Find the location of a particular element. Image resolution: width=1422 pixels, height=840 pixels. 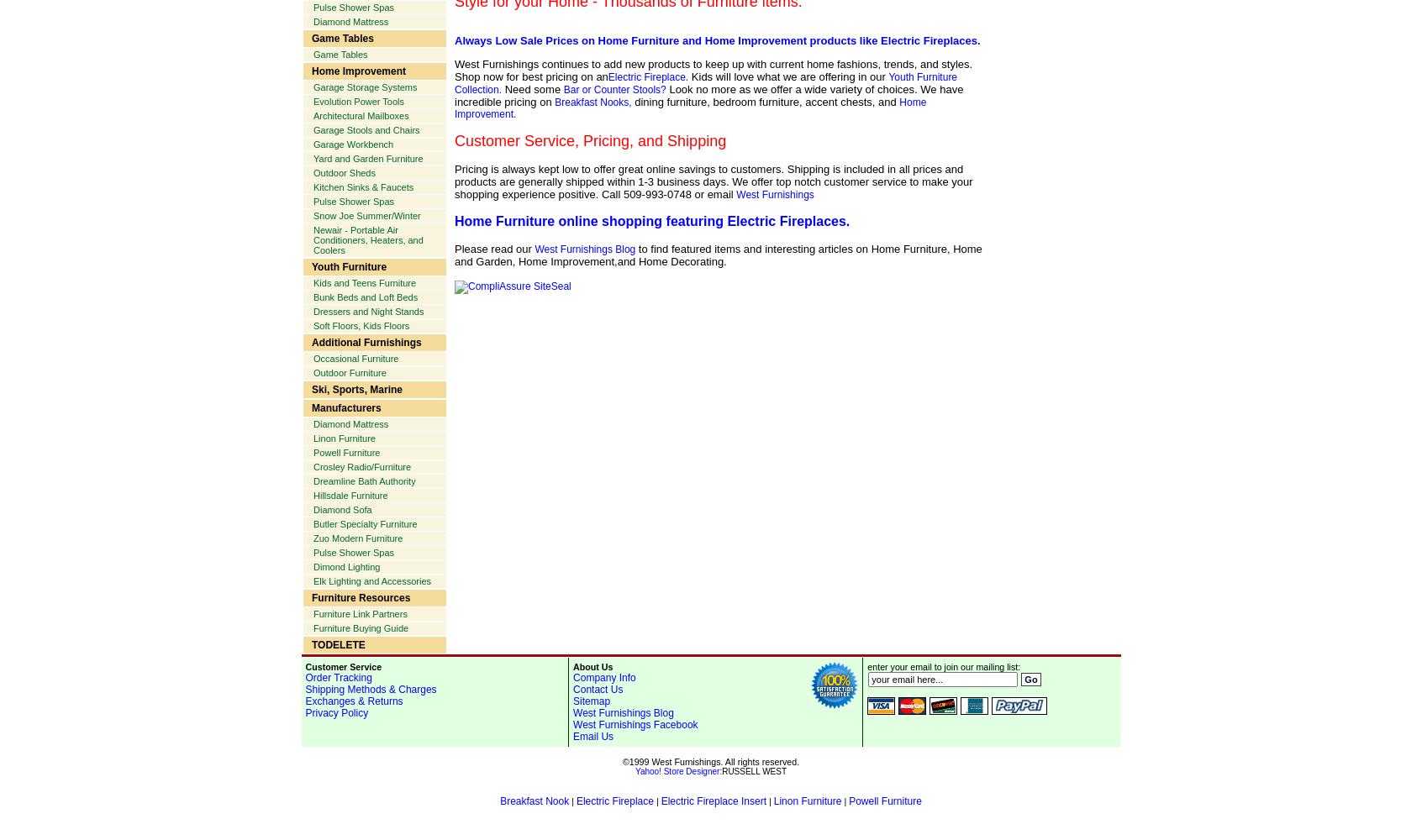

'Bar or Counter Stools?' is located at coordinates (613, 89).